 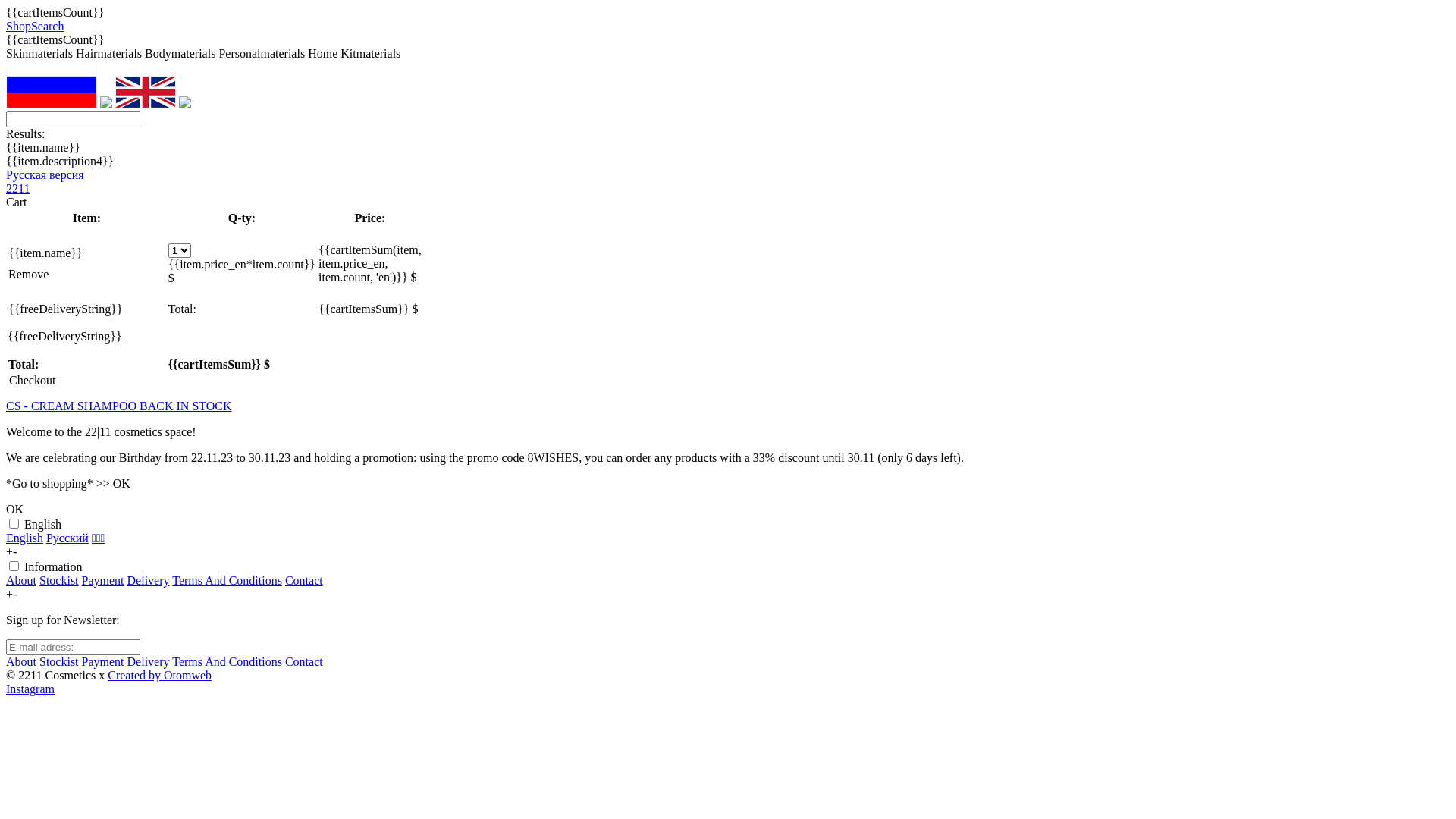 I want to click on 'OK', so click(x=14, y=509).